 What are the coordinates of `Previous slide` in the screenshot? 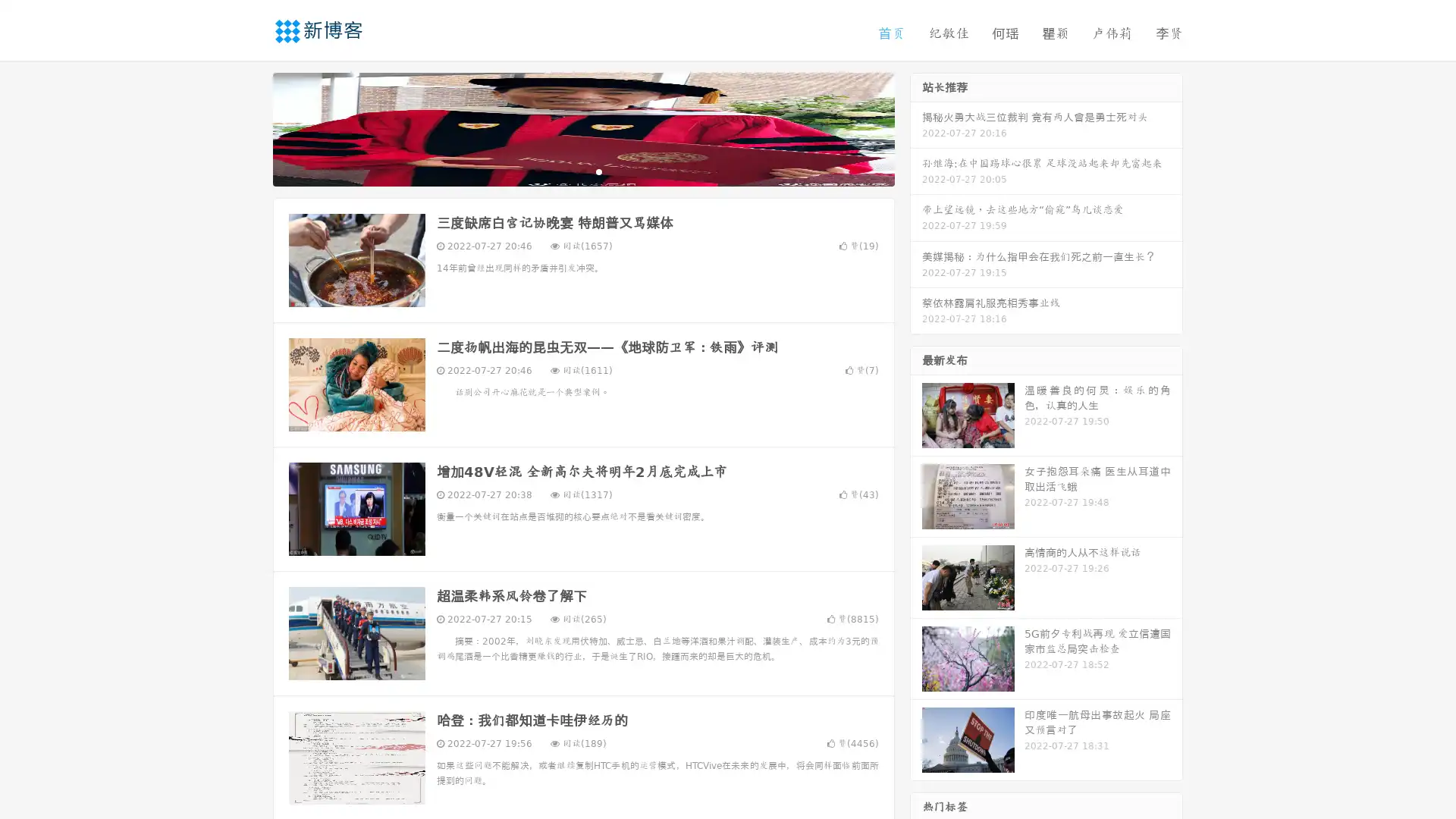 It's located at (250, 127).